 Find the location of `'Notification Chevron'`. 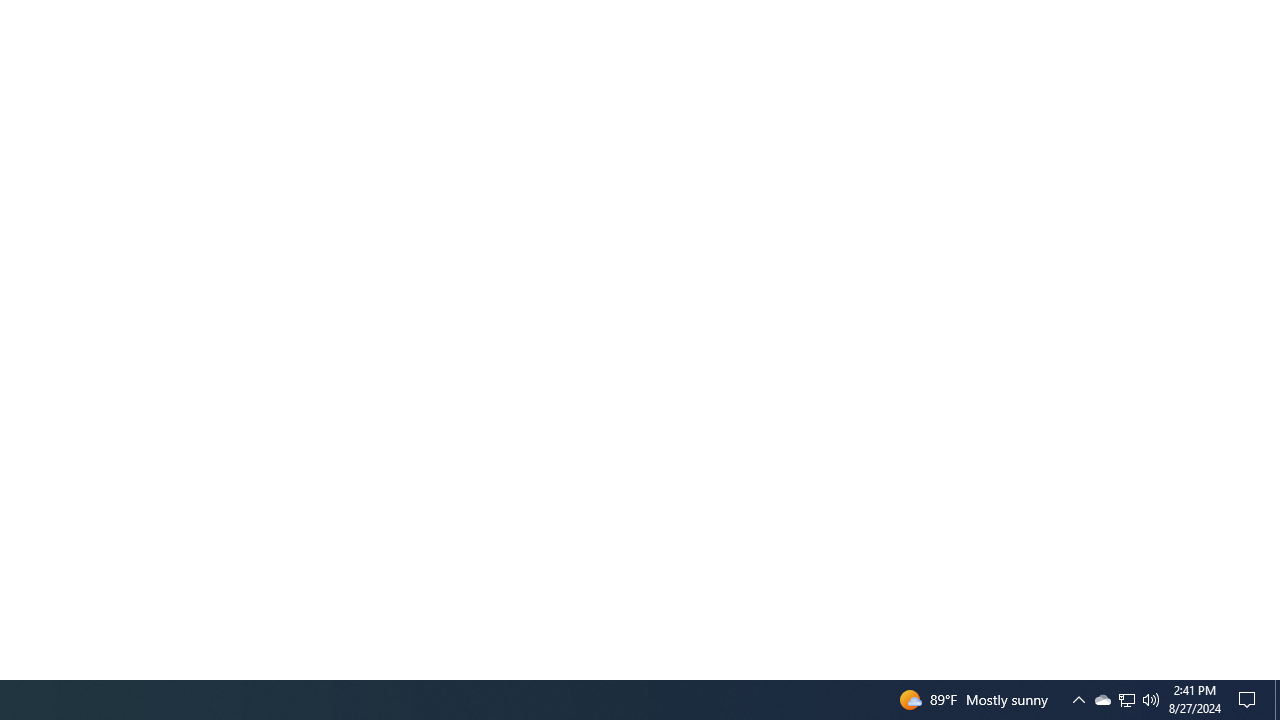

'Notification Chevron' is located at coordinates (1101, 698).